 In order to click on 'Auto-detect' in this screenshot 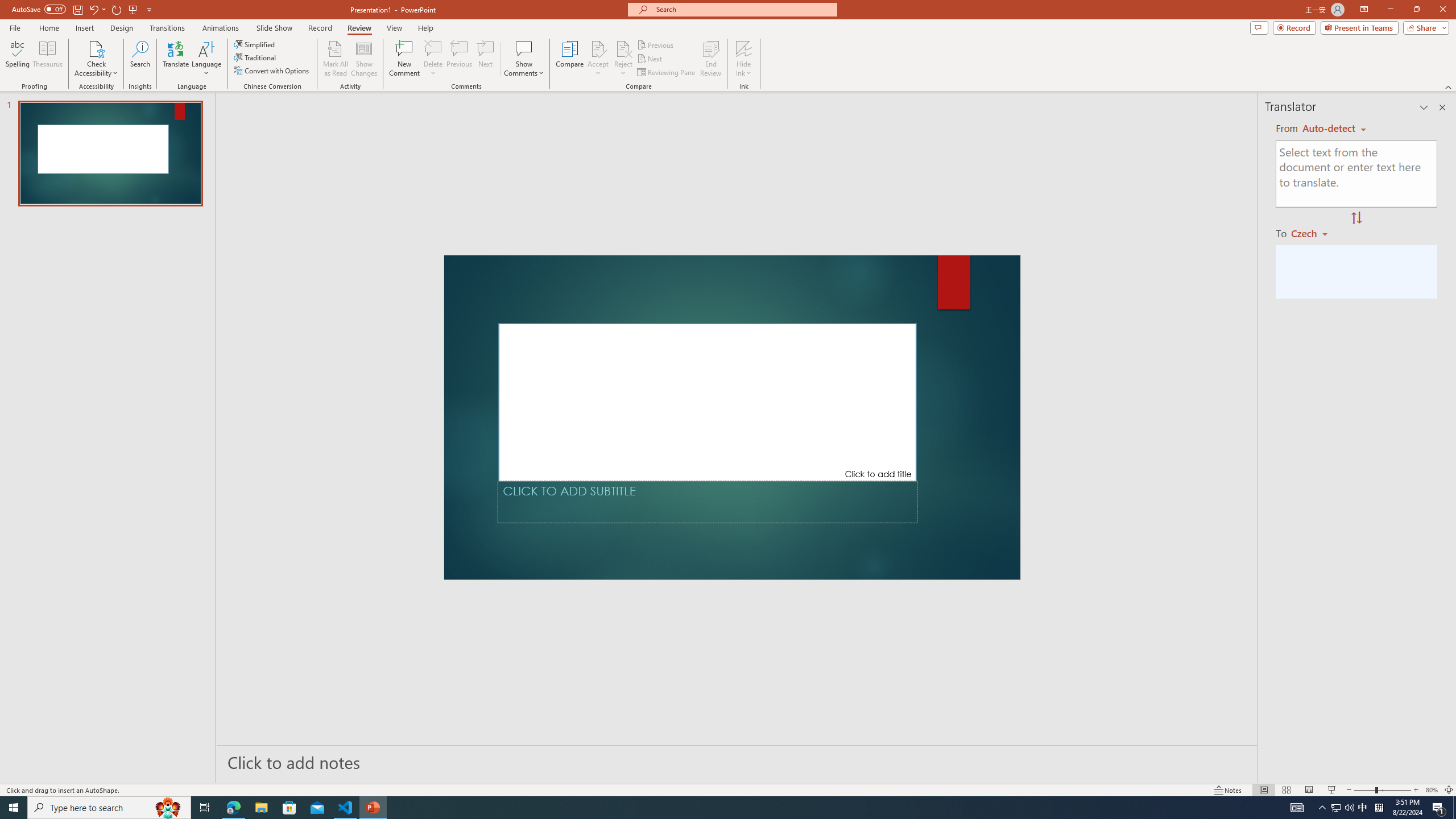, I will do `click(1334, 128)`.